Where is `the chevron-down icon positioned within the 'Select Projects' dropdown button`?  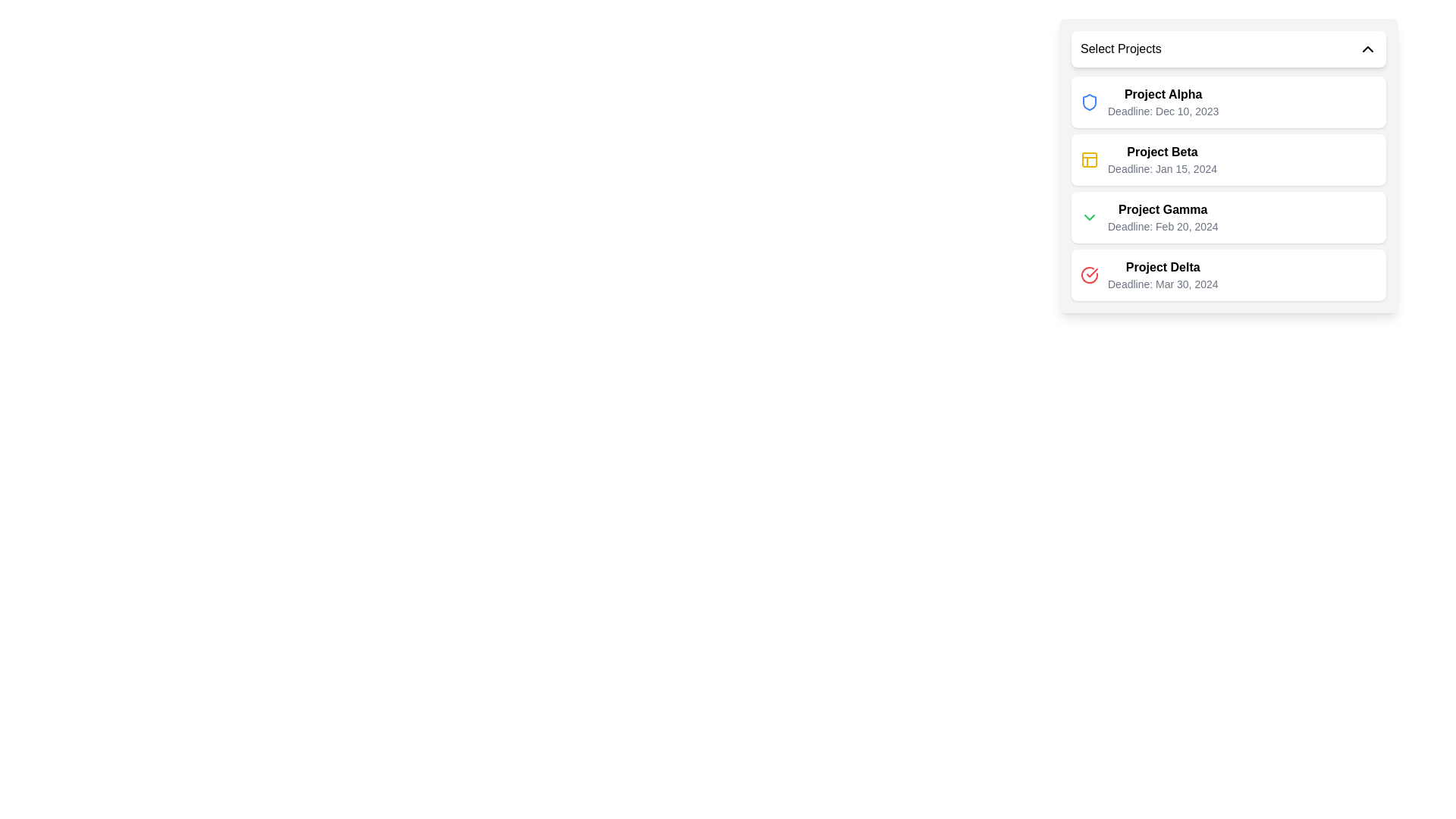
the chevron-down icon positioned within the 'Select Projects' dropdown button is located at coordinates (1368, 49).